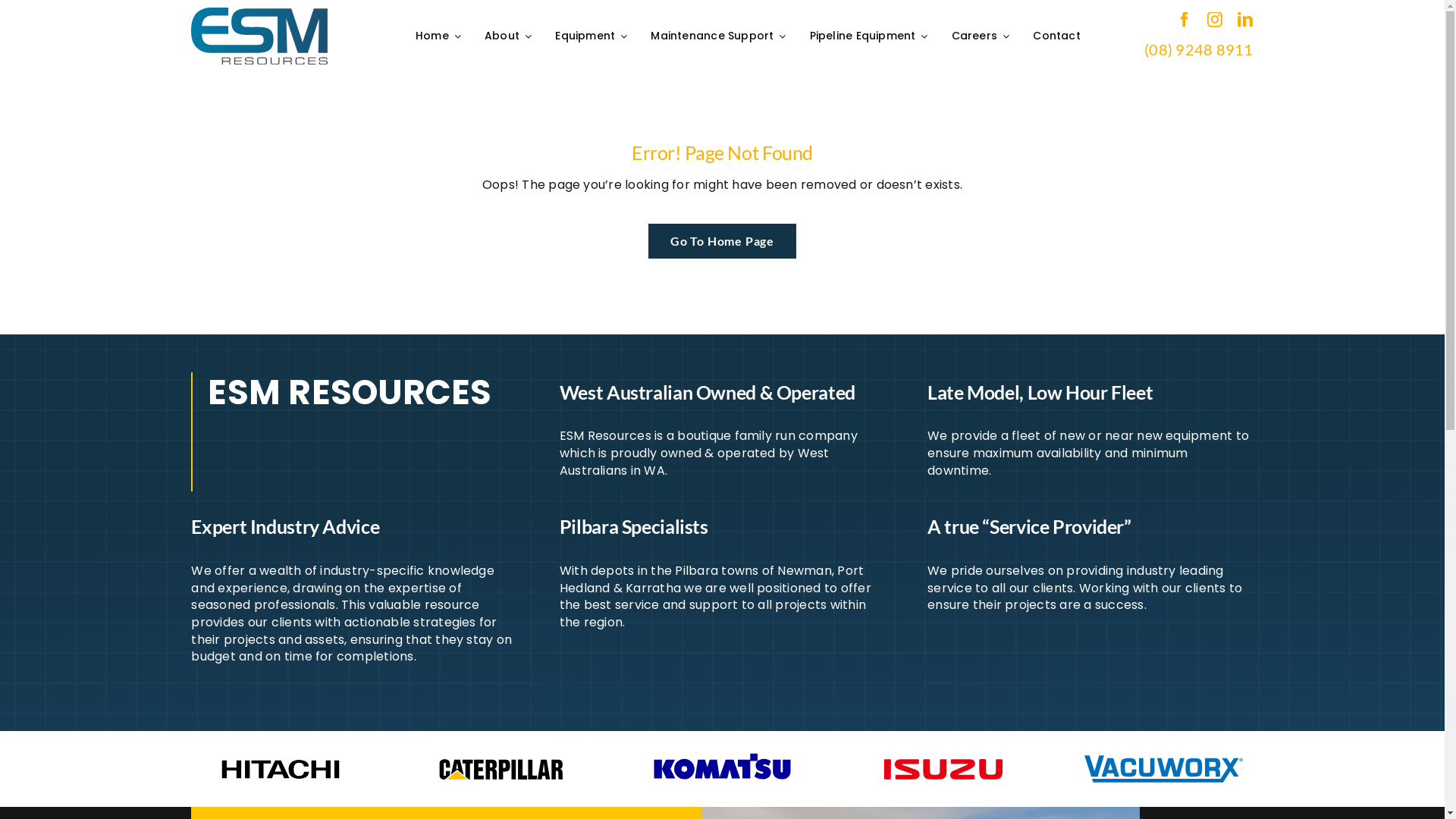 The width and height of the screenshot is (1456, 819). I want to click on 'About', so click(510, 35).